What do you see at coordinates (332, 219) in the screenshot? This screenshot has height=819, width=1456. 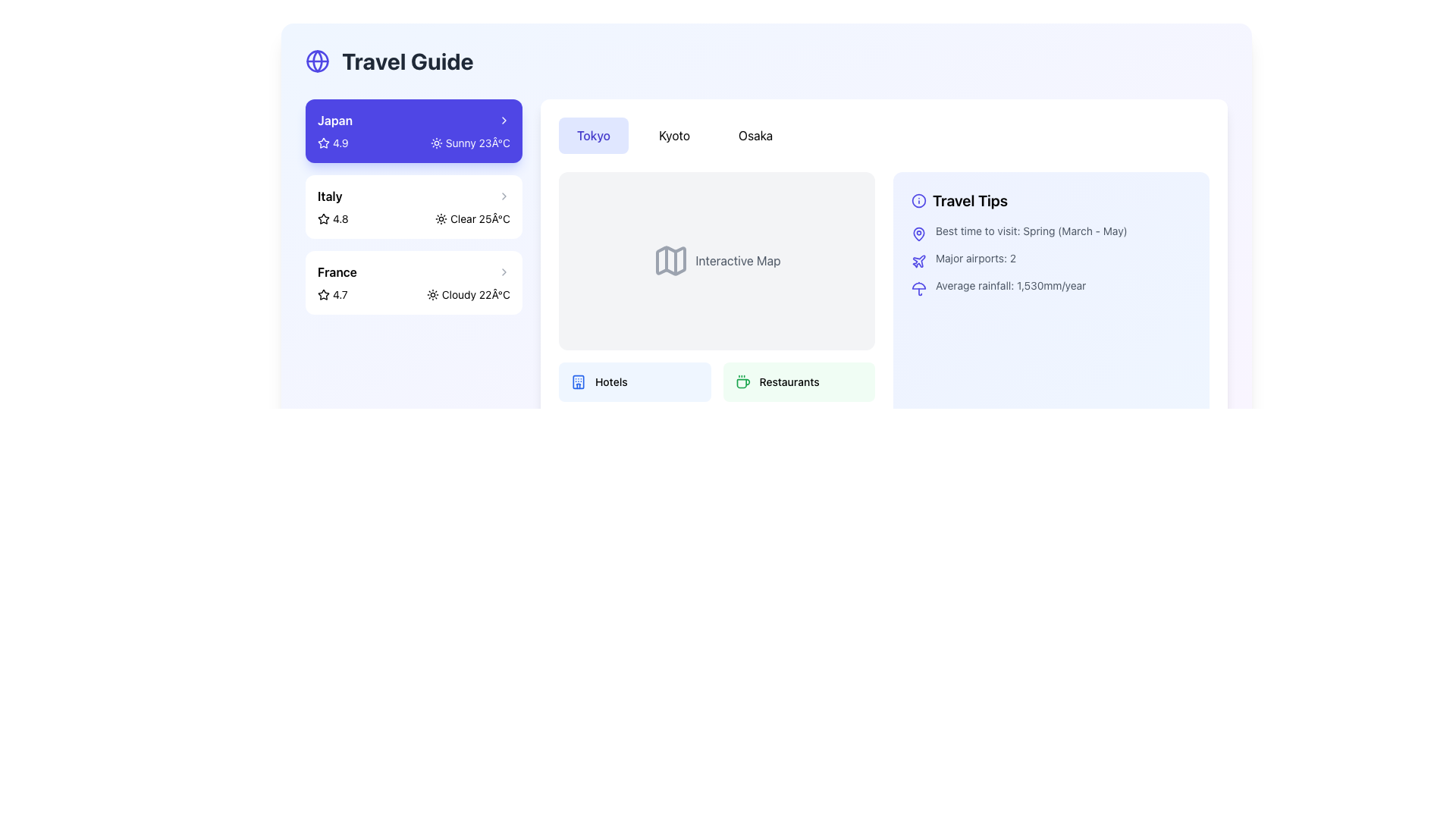 I see `and interpret the rating score displayed next to the travel destination entry for 'Italy' in the second row of the travel list on the left panel` at bounding box center [332, 219].